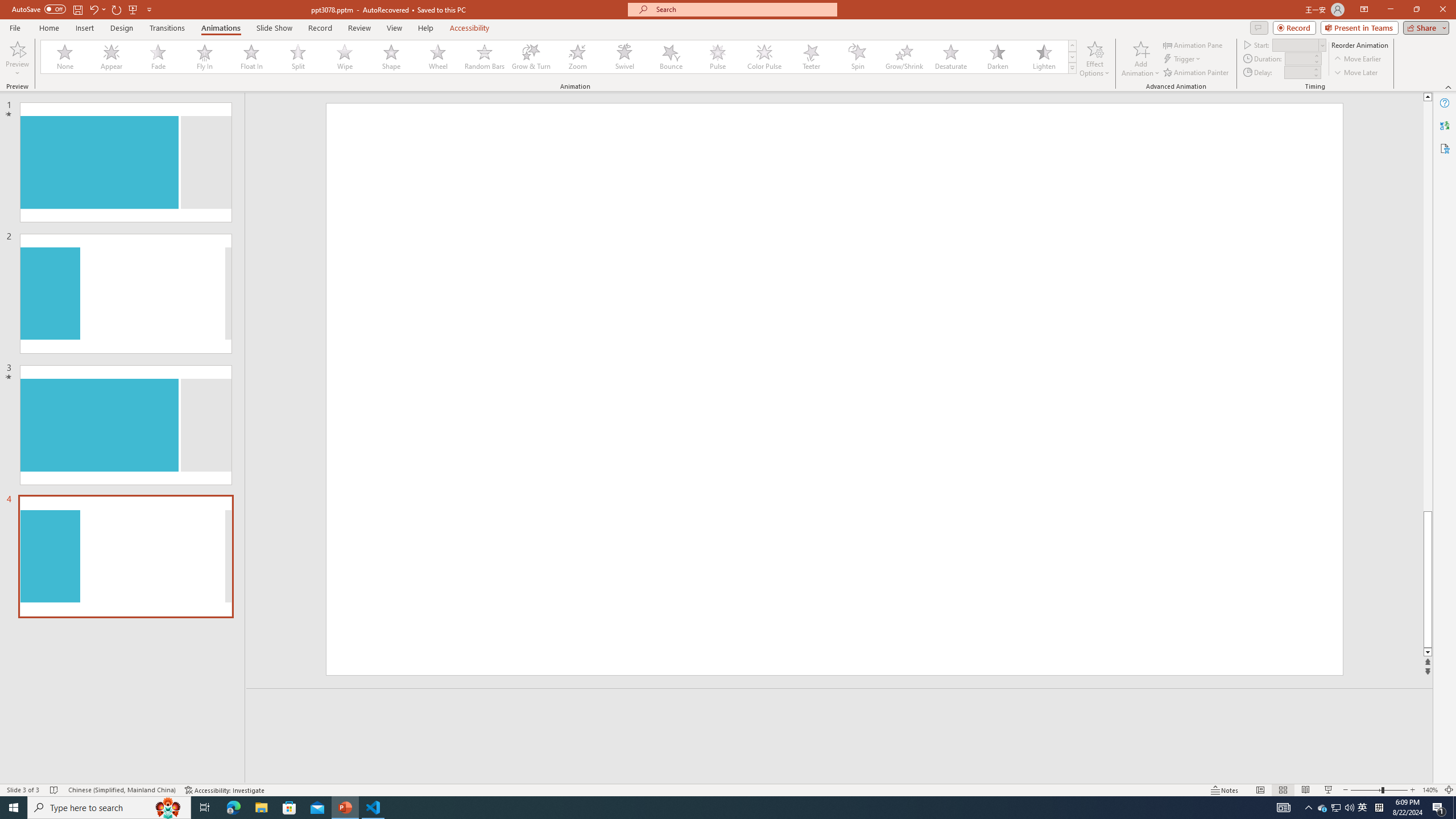 The image size is (1456, 819). What do you see at coordinates (1072, 67) in the screenshot?
I see `'Animation Styles'` at bounding box center [1072, 67].